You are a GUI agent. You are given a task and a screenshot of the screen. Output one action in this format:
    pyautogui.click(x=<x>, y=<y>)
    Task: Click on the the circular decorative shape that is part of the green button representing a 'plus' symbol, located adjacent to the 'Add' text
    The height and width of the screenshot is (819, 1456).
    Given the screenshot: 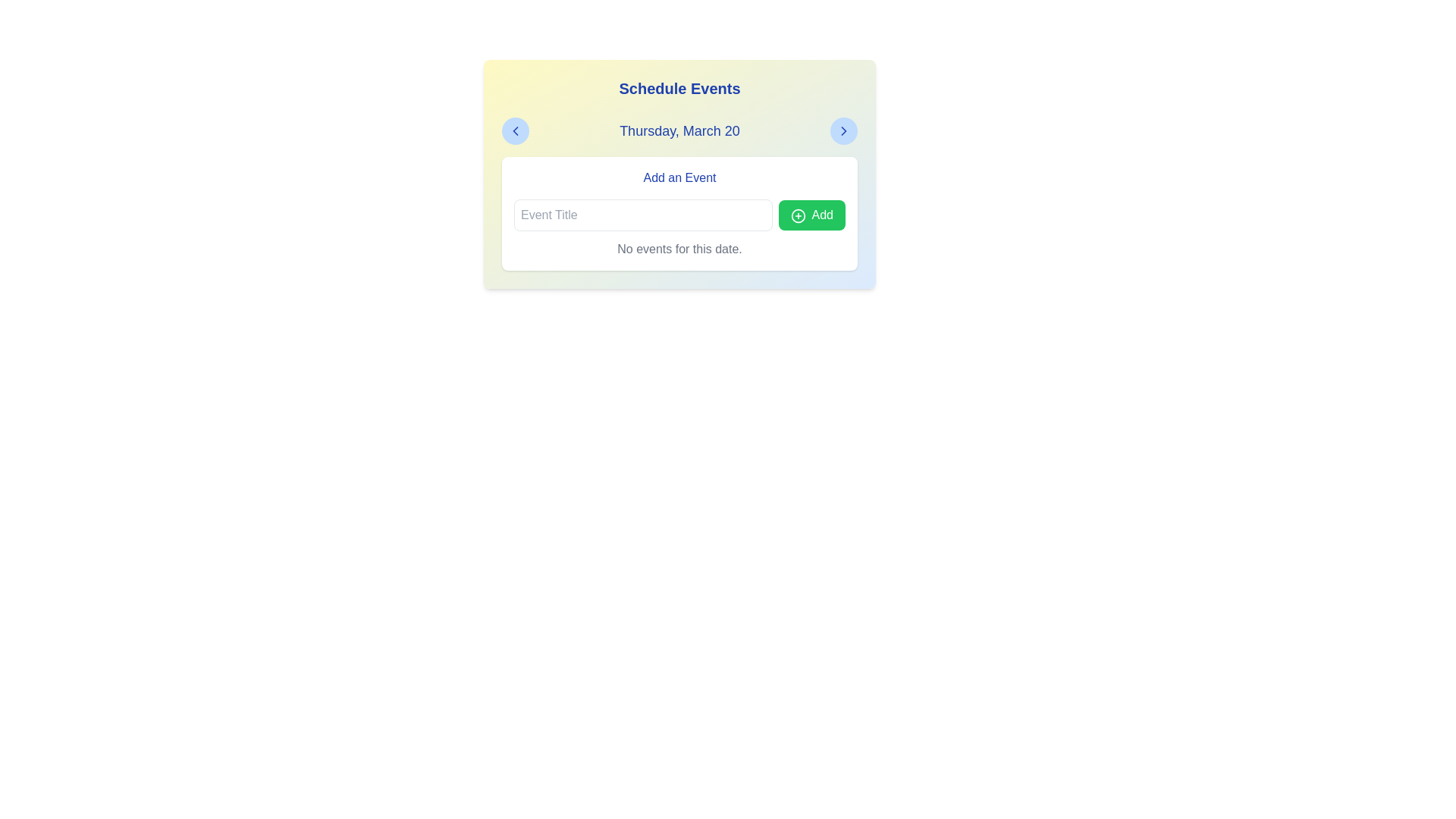 What is the action you would take?
    pyautogui.click(x=797, y=215)
    